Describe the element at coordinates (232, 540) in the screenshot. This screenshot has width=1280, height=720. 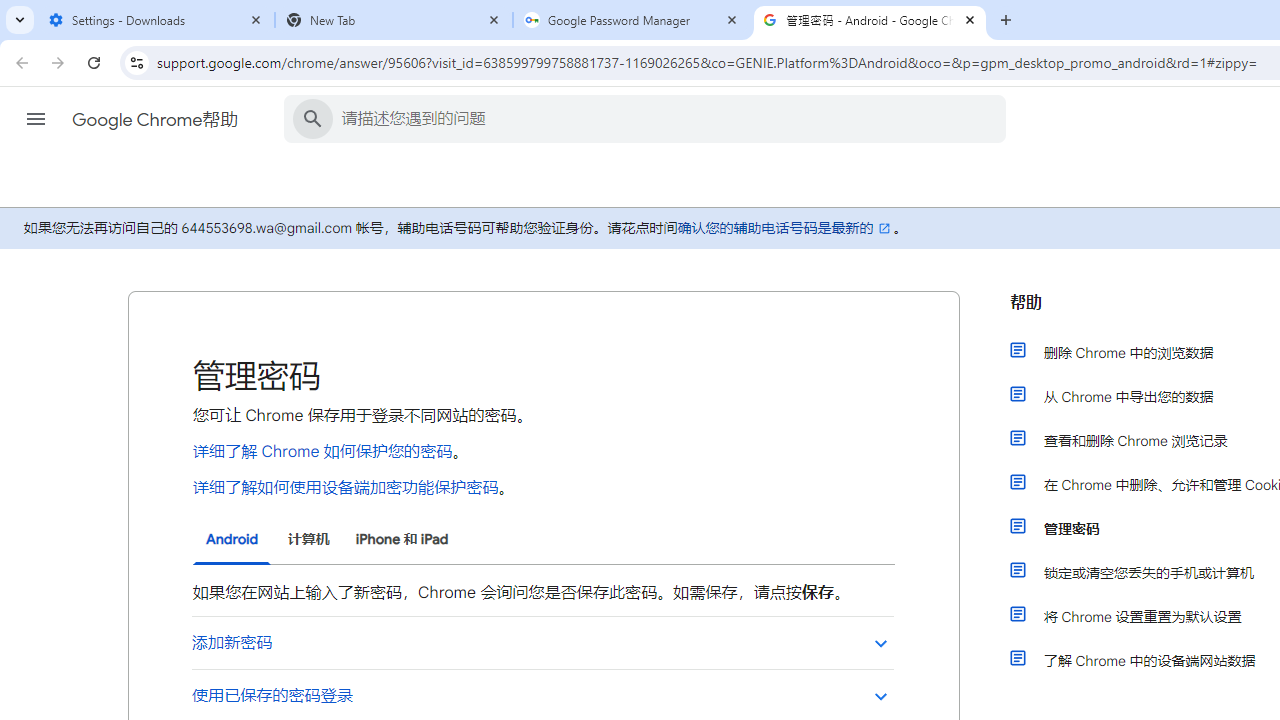
I see `'Android'` at that location.